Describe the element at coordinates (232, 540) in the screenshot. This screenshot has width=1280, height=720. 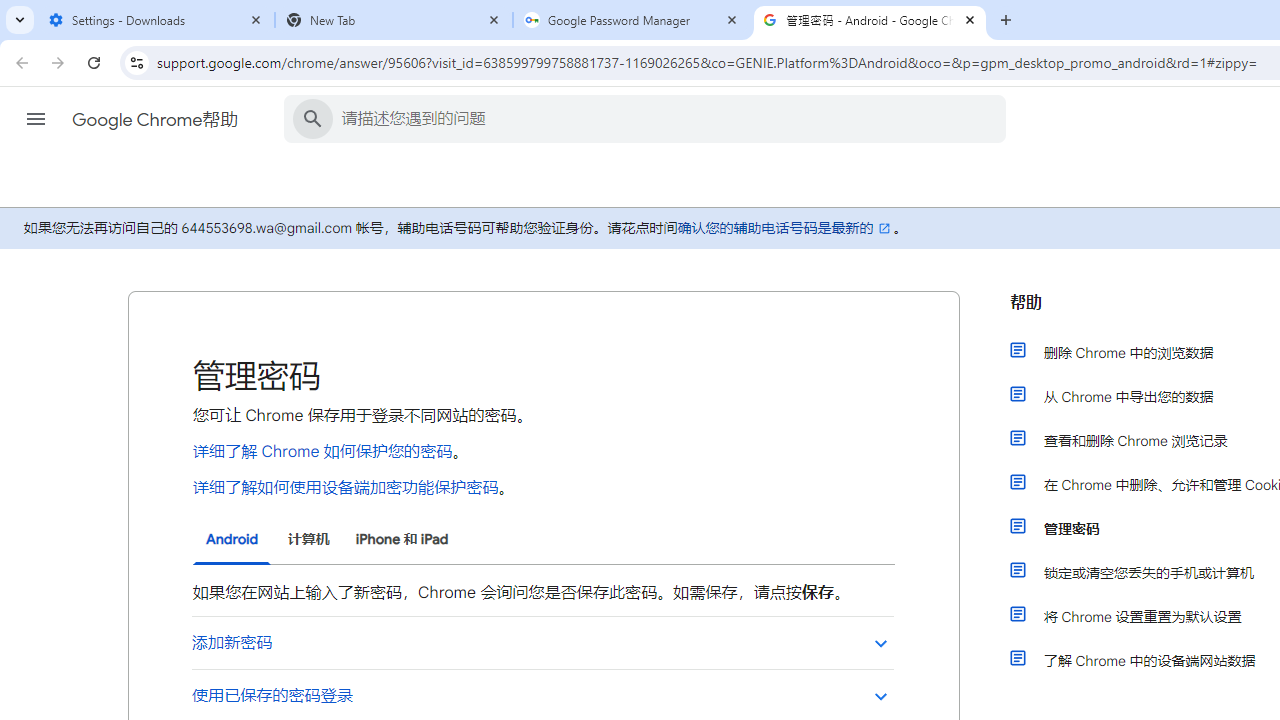
I see `'Android'` at that location.